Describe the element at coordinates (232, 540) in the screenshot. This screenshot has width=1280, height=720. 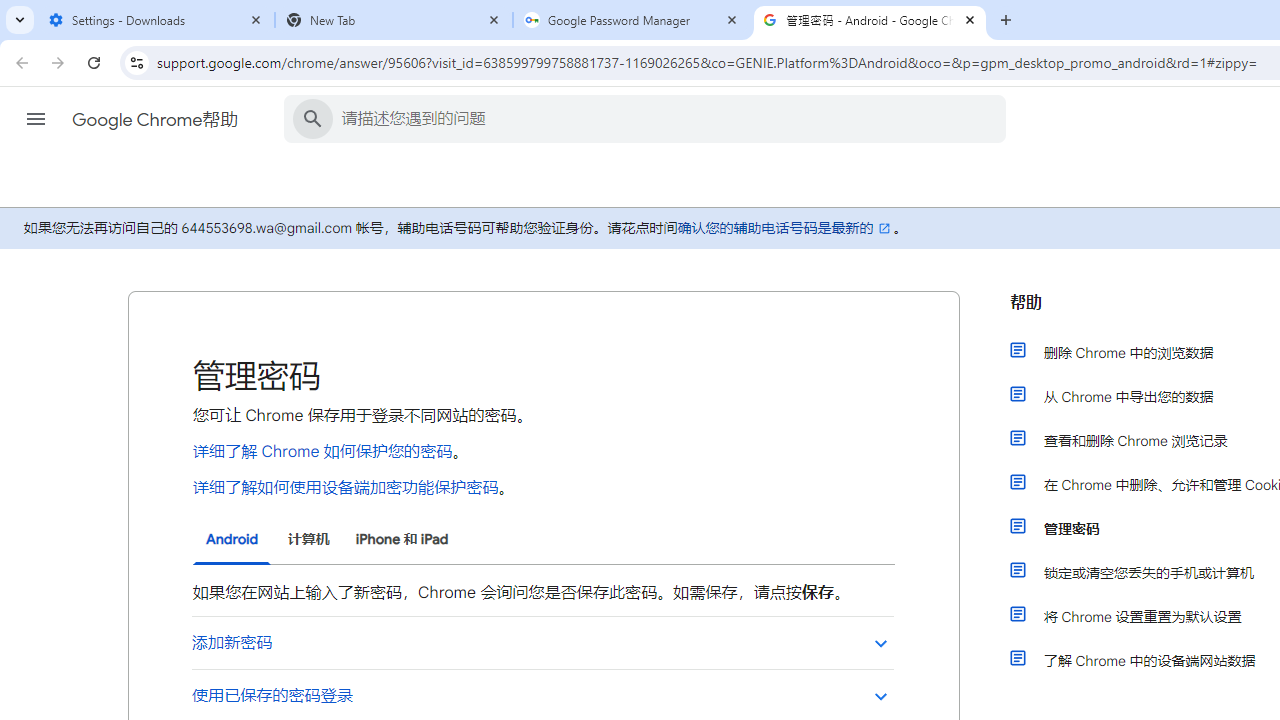
I see `'Android'` at that location.